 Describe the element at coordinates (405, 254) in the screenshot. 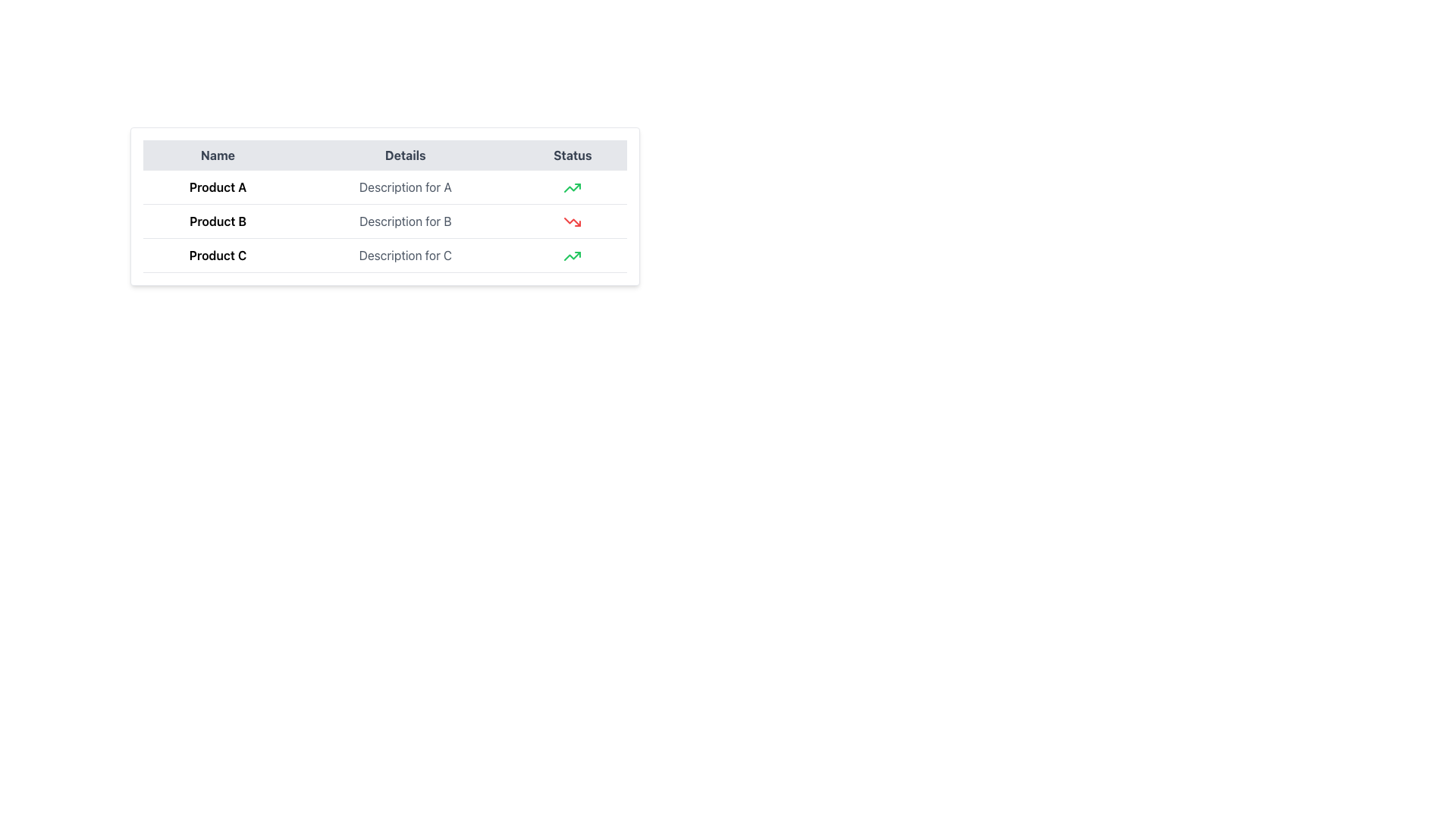

I see `the text label displaying 'Description for C', which is styled in gray and located in the second column of the third row under the header 'Details'` at that location.